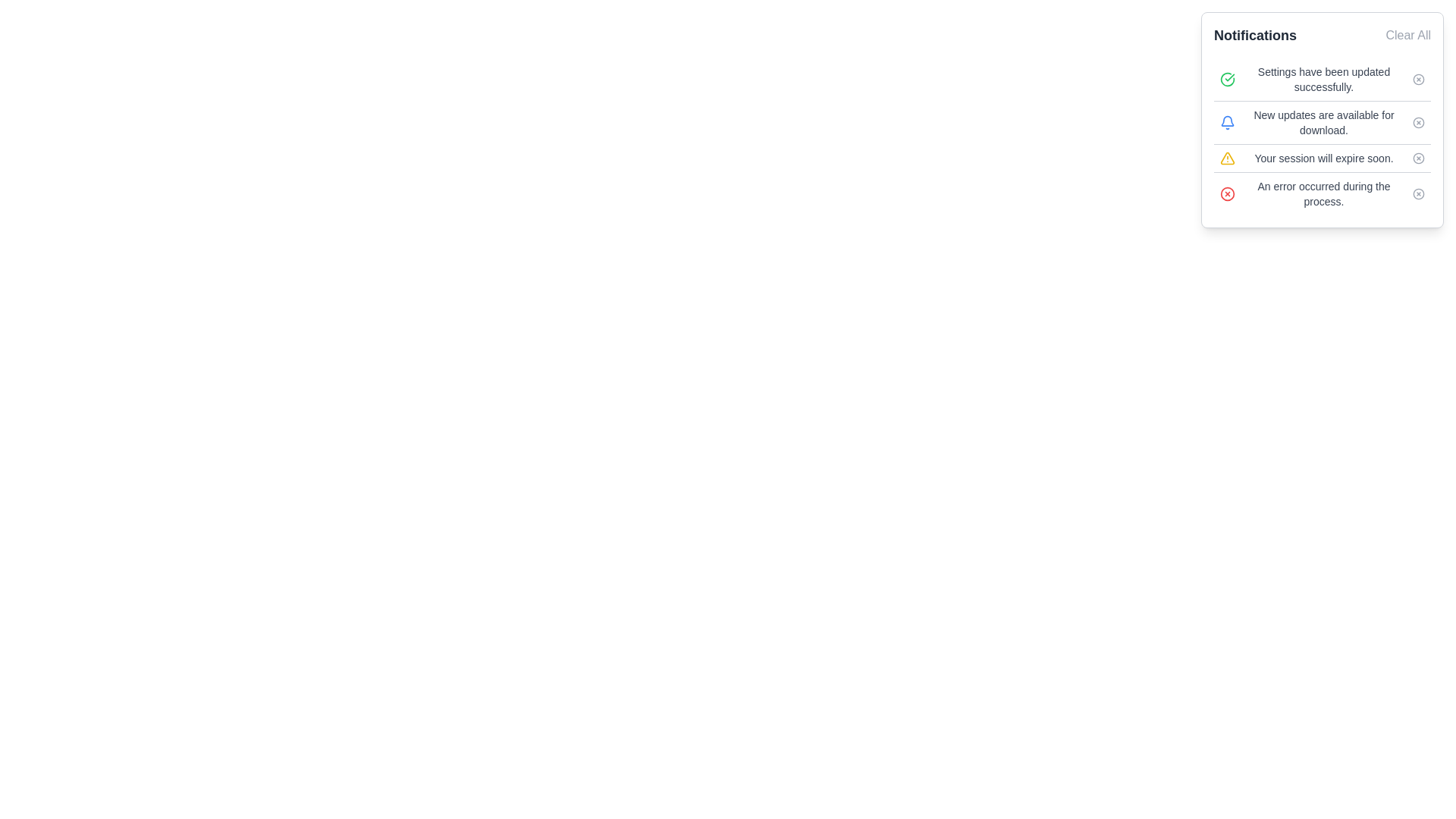 The width and height of the screenshot is (1456, 819). I want to click on the dismiss button of the notification item displaying the message 'An error occurred during the process.', so click(1321, 193).